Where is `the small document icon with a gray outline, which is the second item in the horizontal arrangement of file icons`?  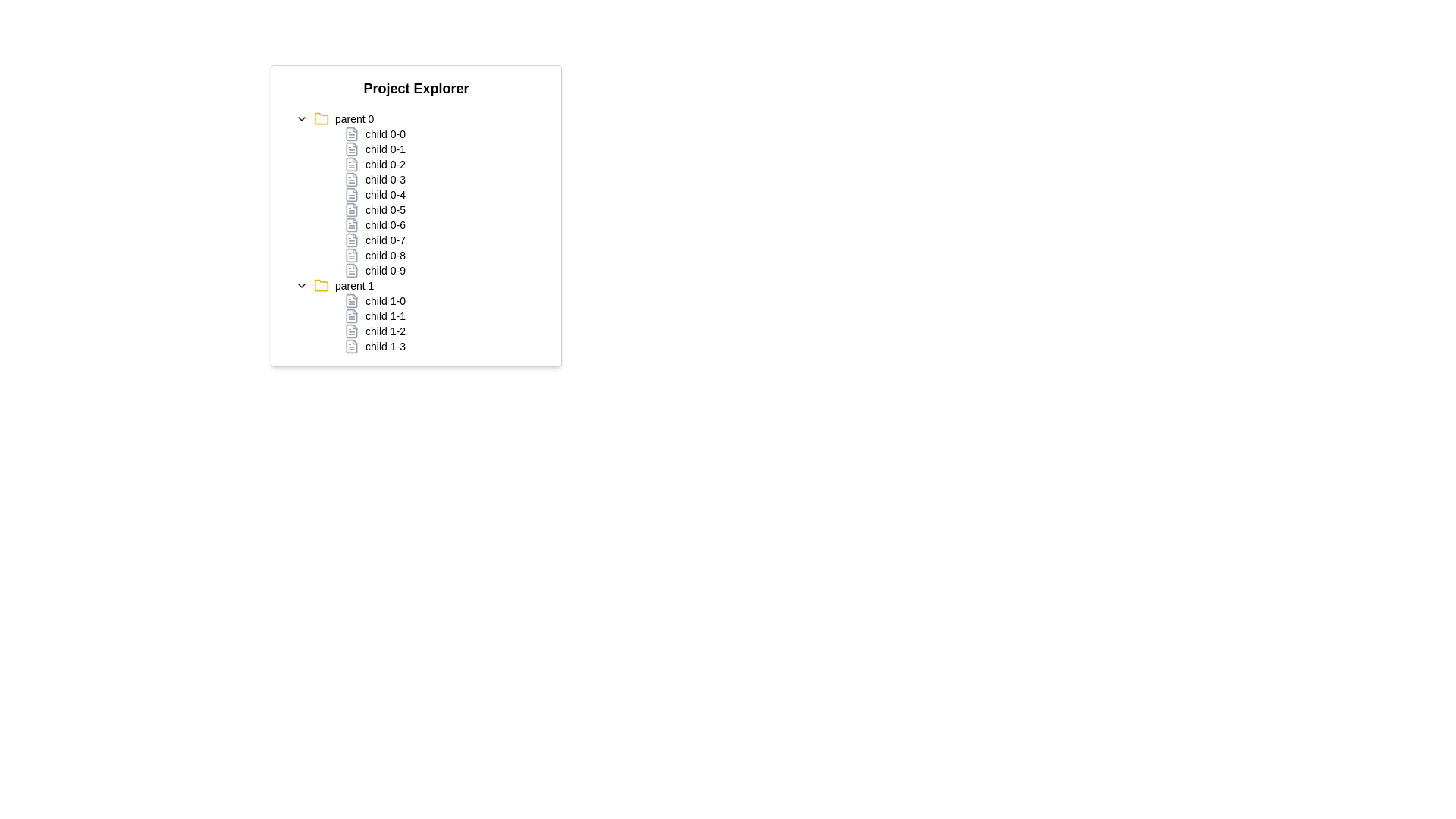
the small document icon with a gray outline, which is the second item in the horizontal arrangement of file icons is located at coordinates (351, 330).